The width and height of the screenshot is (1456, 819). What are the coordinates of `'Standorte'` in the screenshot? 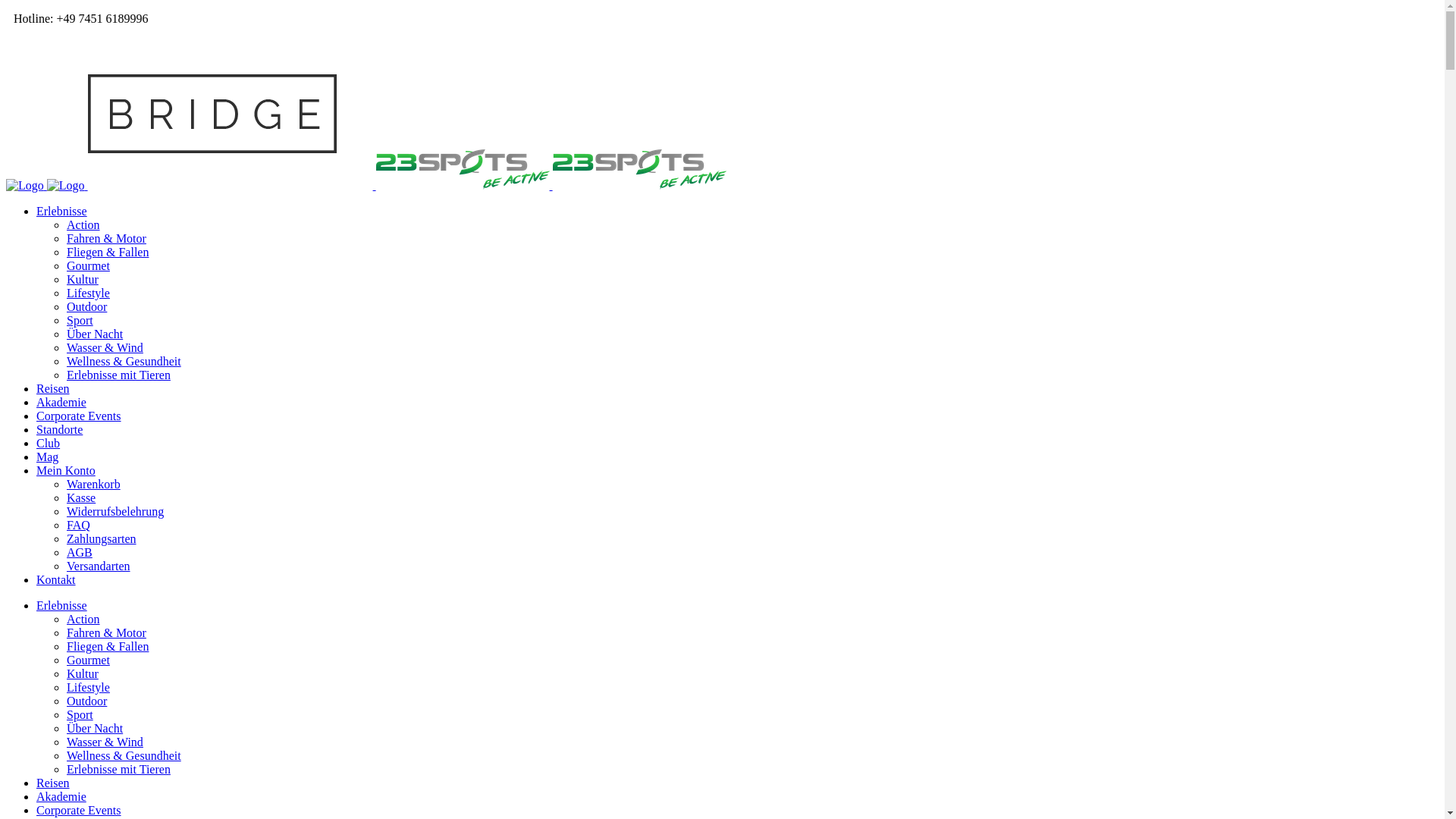 It's located at (59, 429).